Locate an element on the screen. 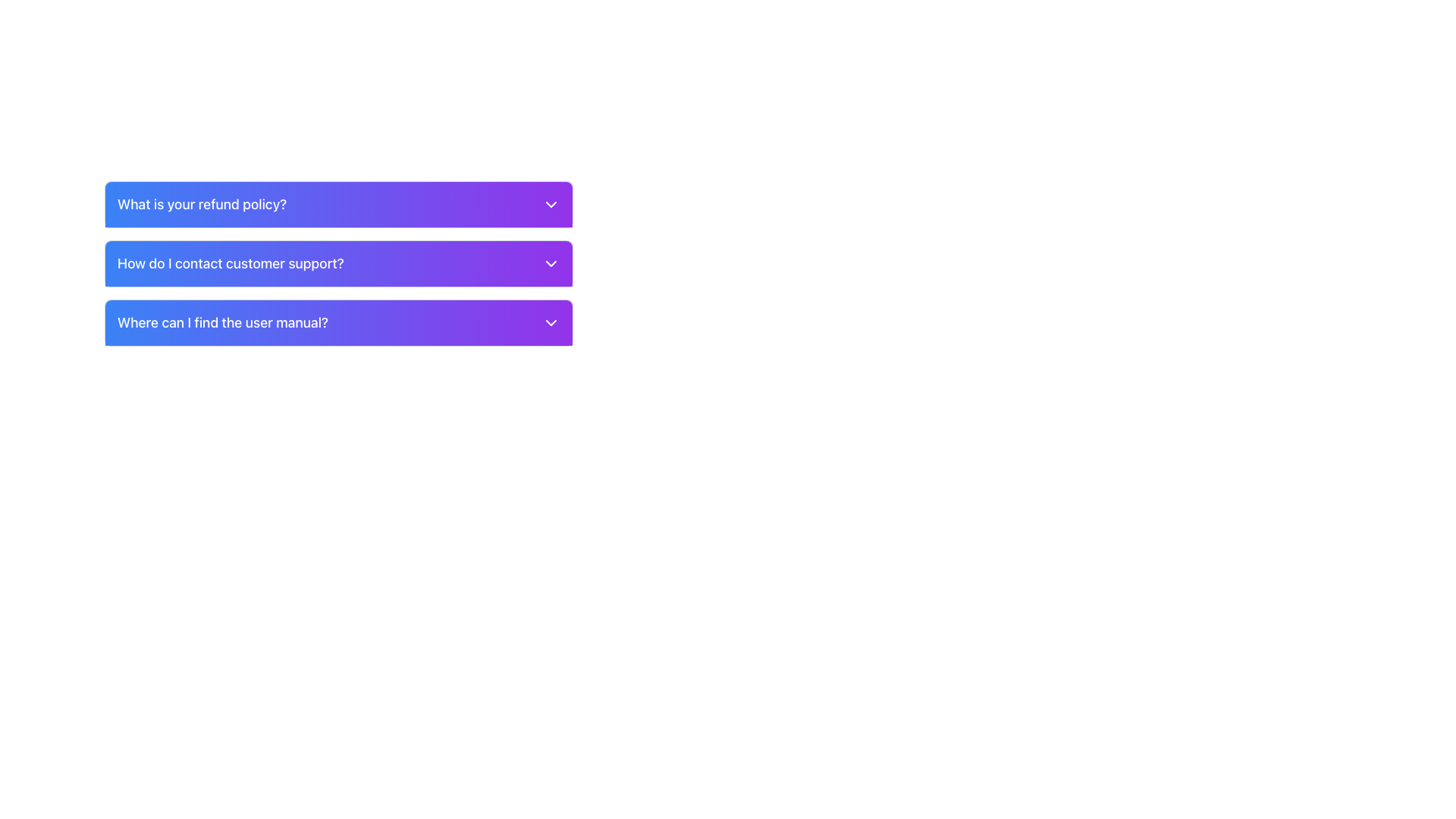  the Dropdown Indicator Icon, which is a downward-pointing chevron located on the right side of the button labeled 'How do I contact customer support?' is located at coordinates (550, 262).